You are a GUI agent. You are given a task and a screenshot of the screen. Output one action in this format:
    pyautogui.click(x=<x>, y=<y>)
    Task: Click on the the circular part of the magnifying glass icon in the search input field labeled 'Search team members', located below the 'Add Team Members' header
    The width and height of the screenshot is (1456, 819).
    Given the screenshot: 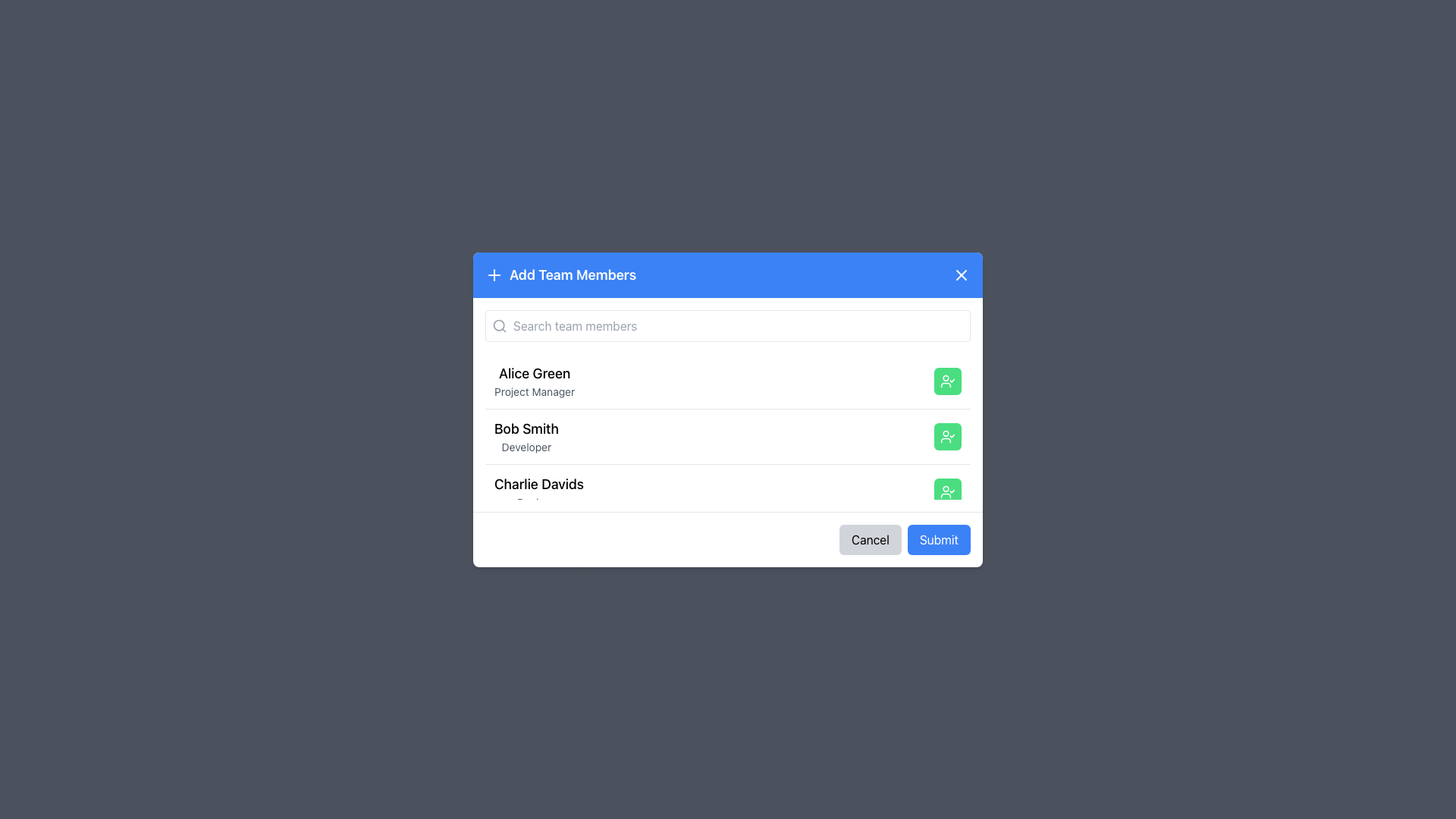 What is the action you would take?
    pyautogui.click(x=499, y=324)
    